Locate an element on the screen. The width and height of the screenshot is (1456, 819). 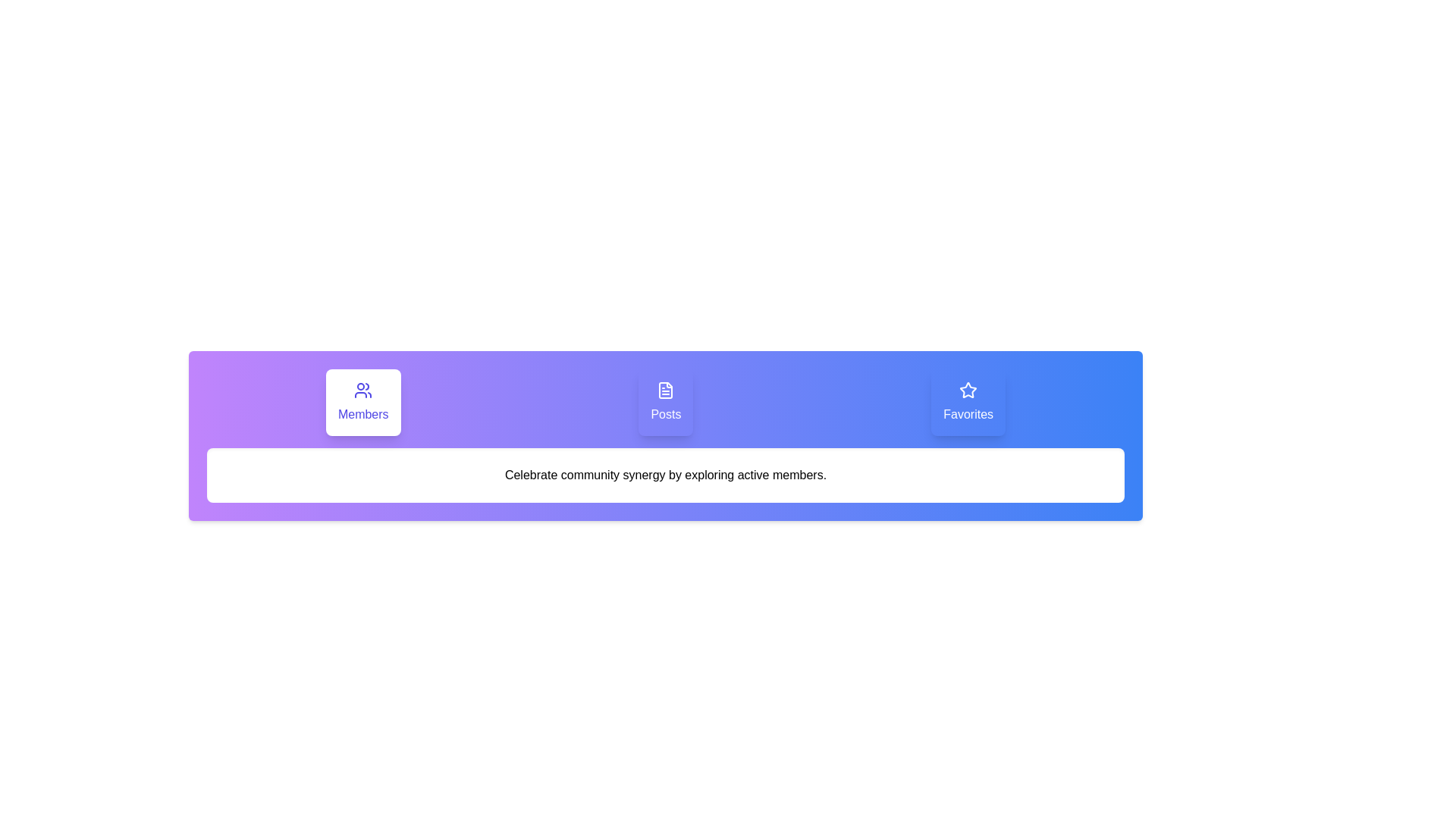
the Favorites tab by clicking on it is located at coordinates (968, 402).